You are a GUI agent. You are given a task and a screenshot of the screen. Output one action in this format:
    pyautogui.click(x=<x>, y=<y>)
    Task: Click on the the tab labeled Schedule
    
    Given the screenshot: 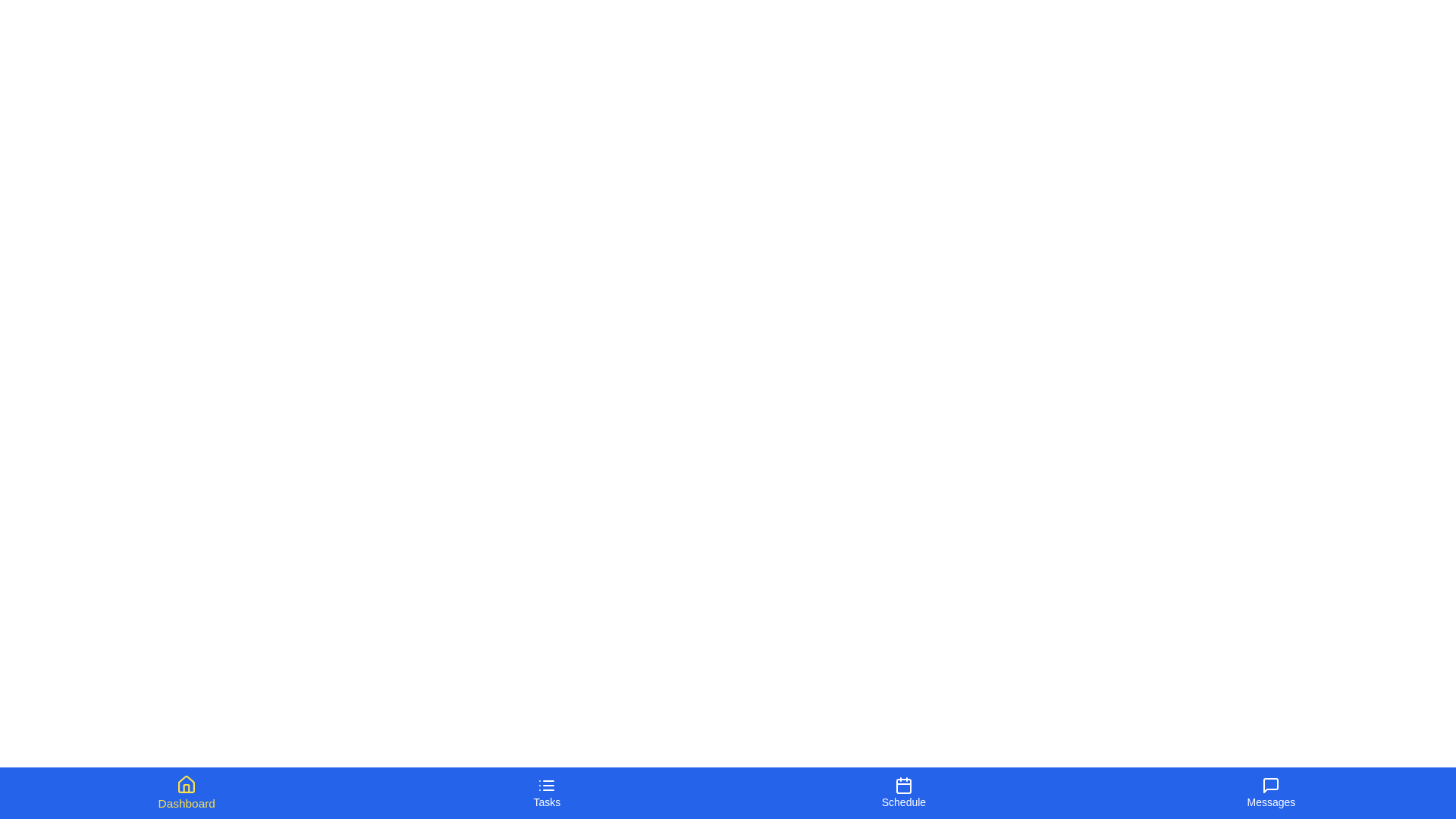 What is the action you would take?
    pyautogui.click(x=903, y=792)
    